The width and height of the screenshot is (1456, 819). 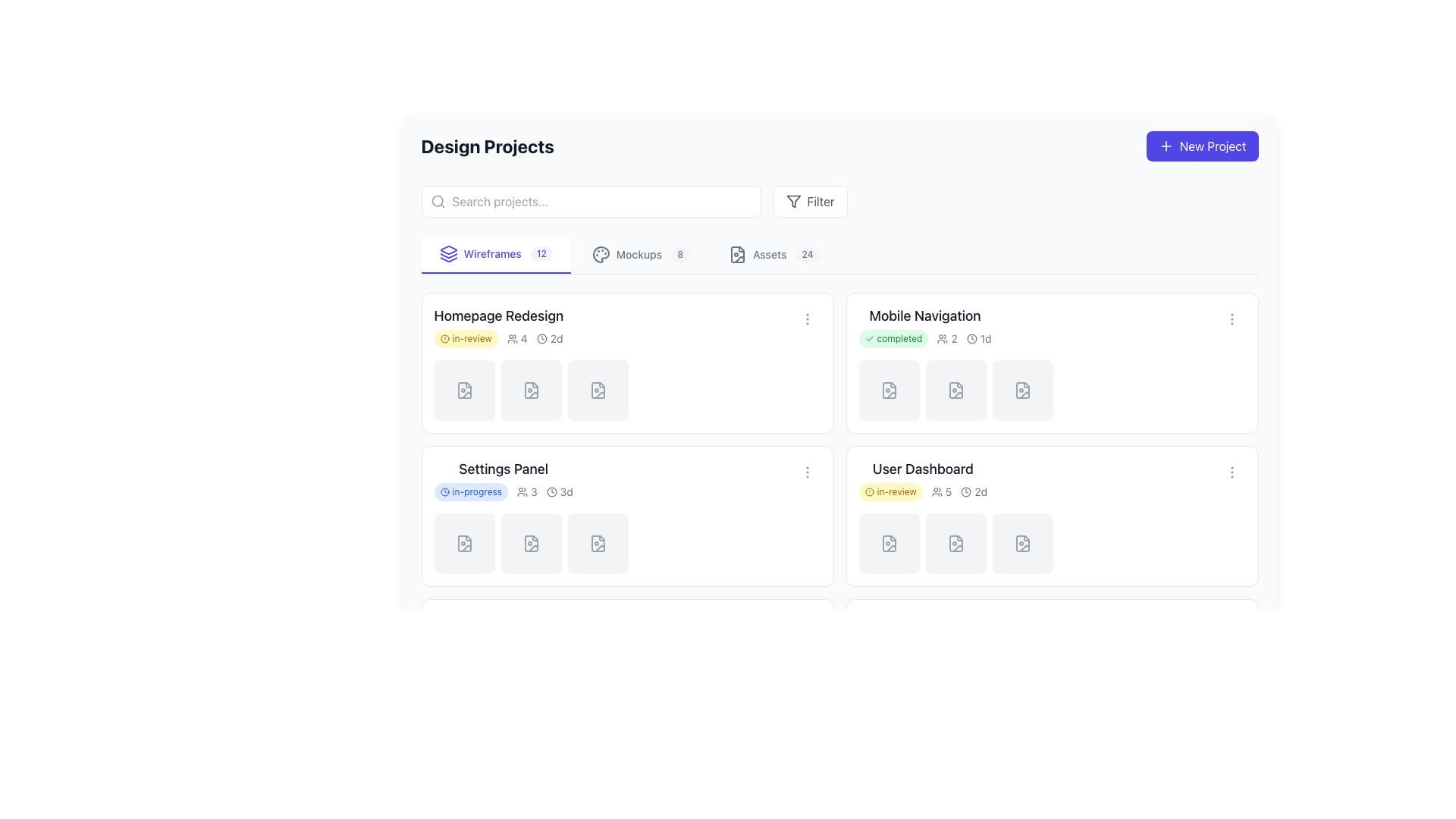 What do you see at coordinates (1022, 390) in the screenshot?
I see `the small light gray file icon in the second slot of the 'Mobile Navigation' card` at bounding box center [1022, 390].